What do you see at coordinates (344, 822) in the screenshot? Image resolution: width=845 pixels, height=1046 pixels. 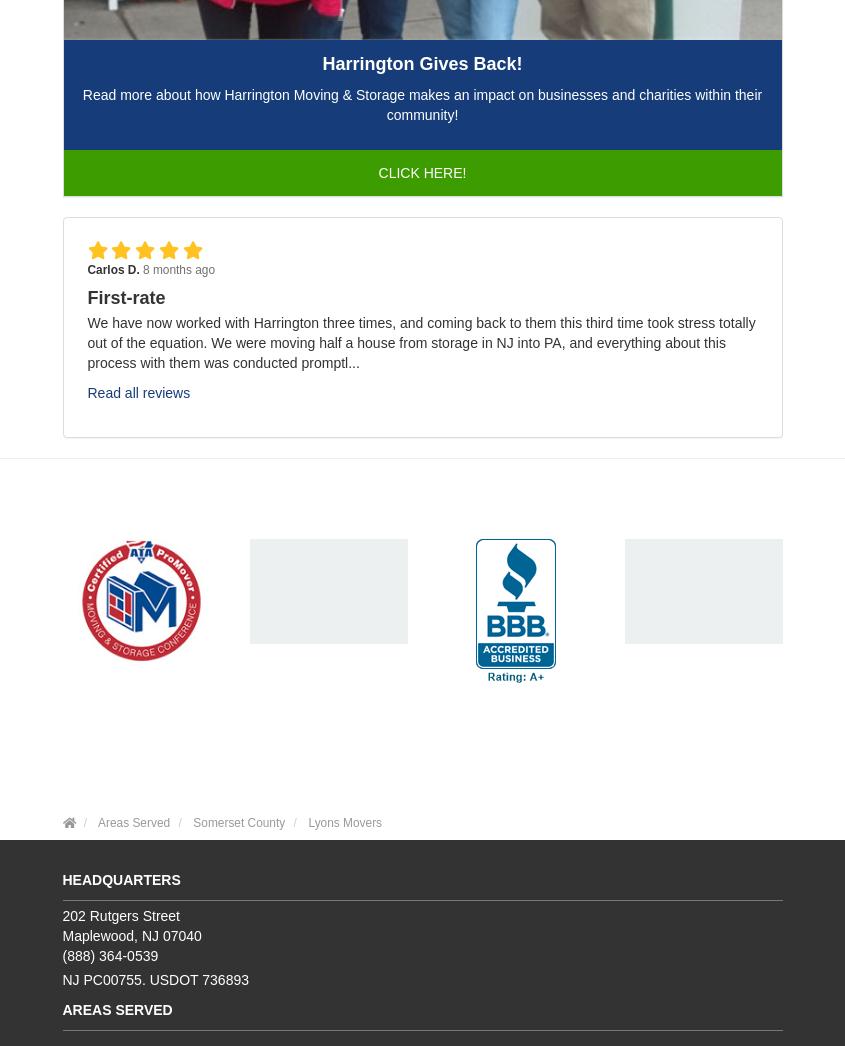 I see `'Lyons Movers'` at bounding box center [344, 822].